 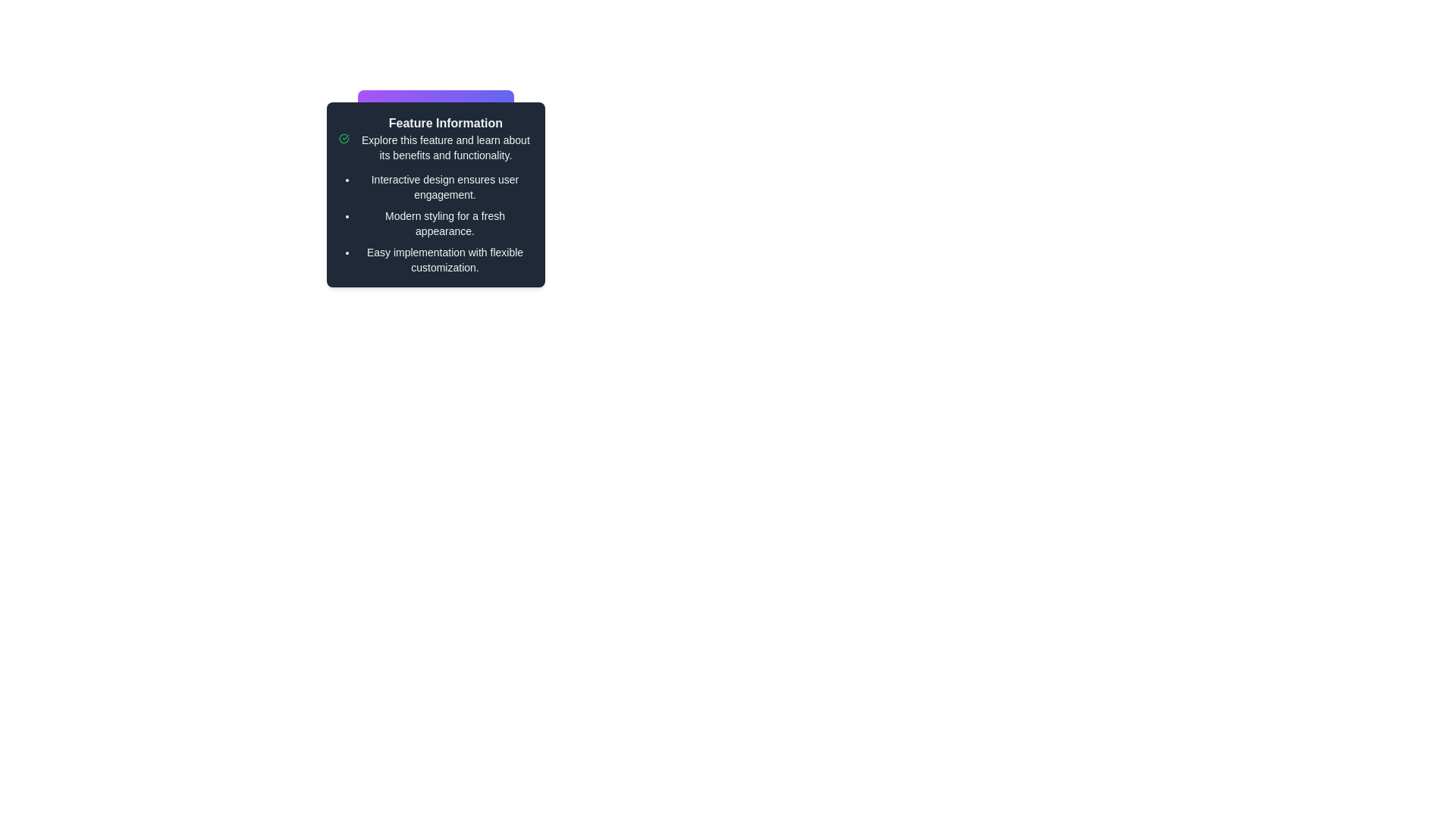 I want to click on descriptive text located below the title 'Feature Information' at the top center of the panel, so click(x=444, y=148).